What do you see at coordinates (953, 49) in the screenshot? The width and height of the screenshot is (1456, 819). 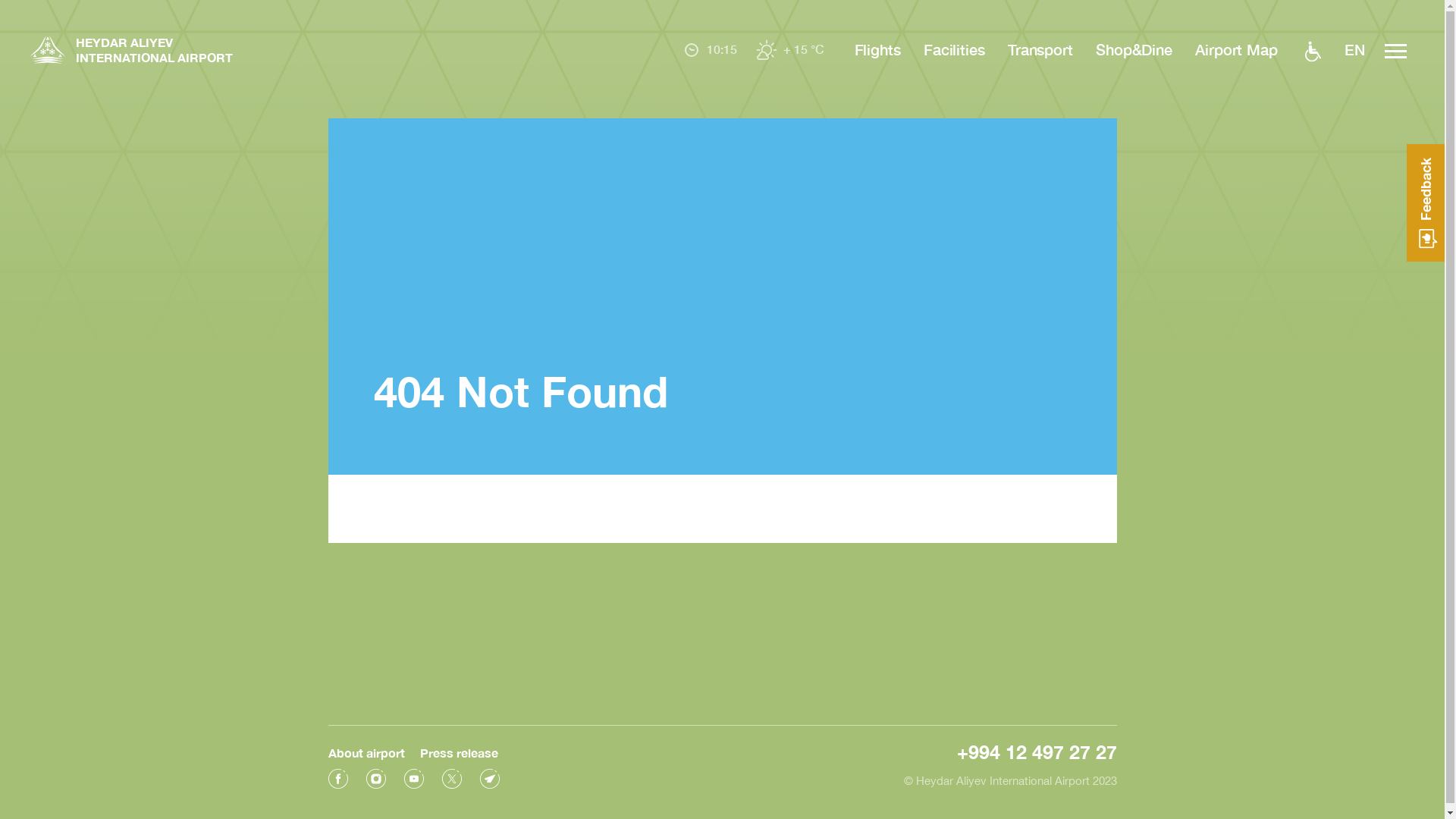 I see `'Facilities'` at bounding box center [953, 49].